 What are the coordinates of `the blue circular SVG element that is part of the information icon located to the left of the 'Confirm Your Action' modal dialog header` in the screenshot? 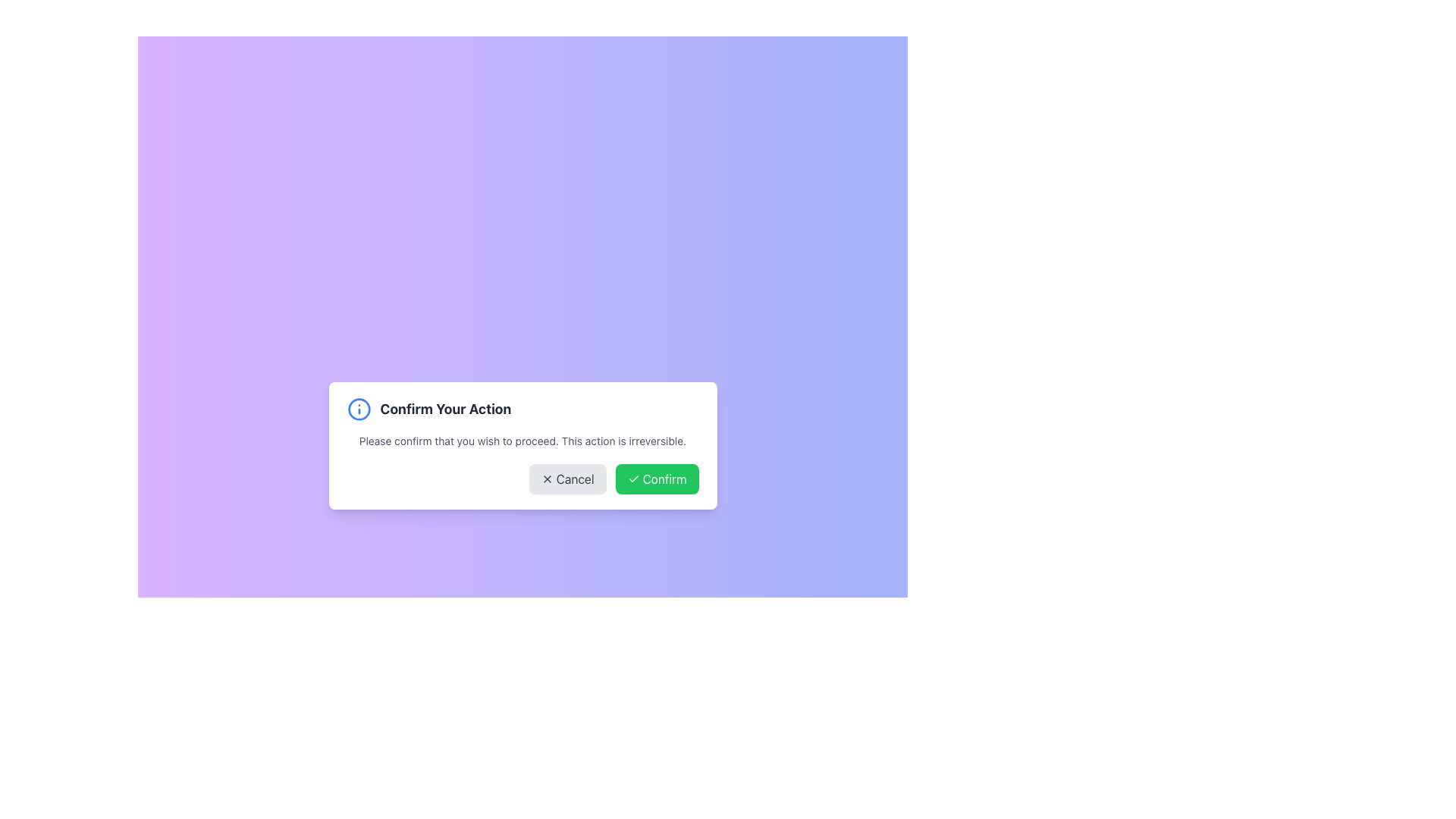 It's located at (358, 409).